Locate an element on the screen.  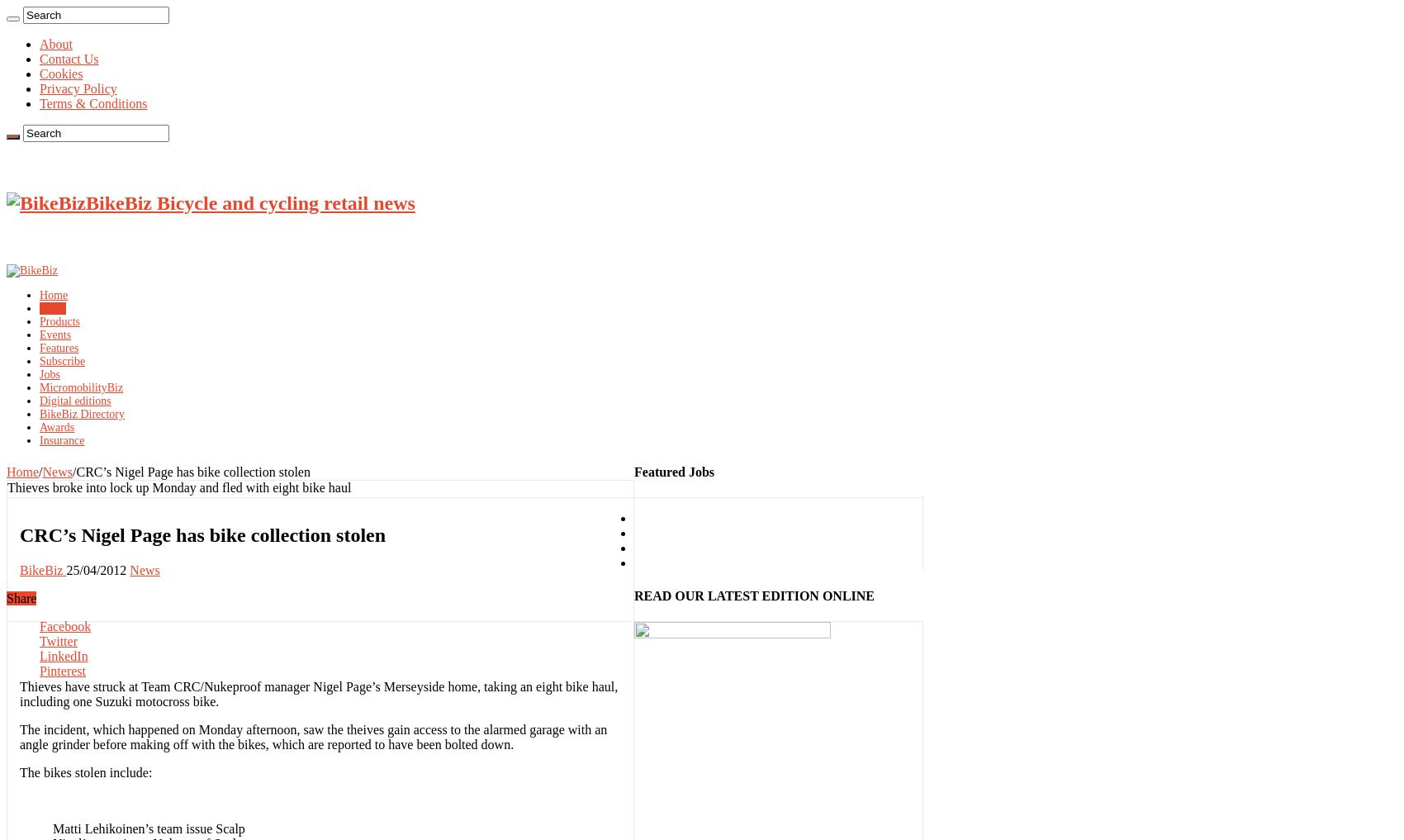
'The incident, which happened on Monday afternoon, saw the theives gain access to the alarmed garage with an angle grinder before making off with the bikes, which are reported to have been bolted down.' is located at coordinates (312, 736).